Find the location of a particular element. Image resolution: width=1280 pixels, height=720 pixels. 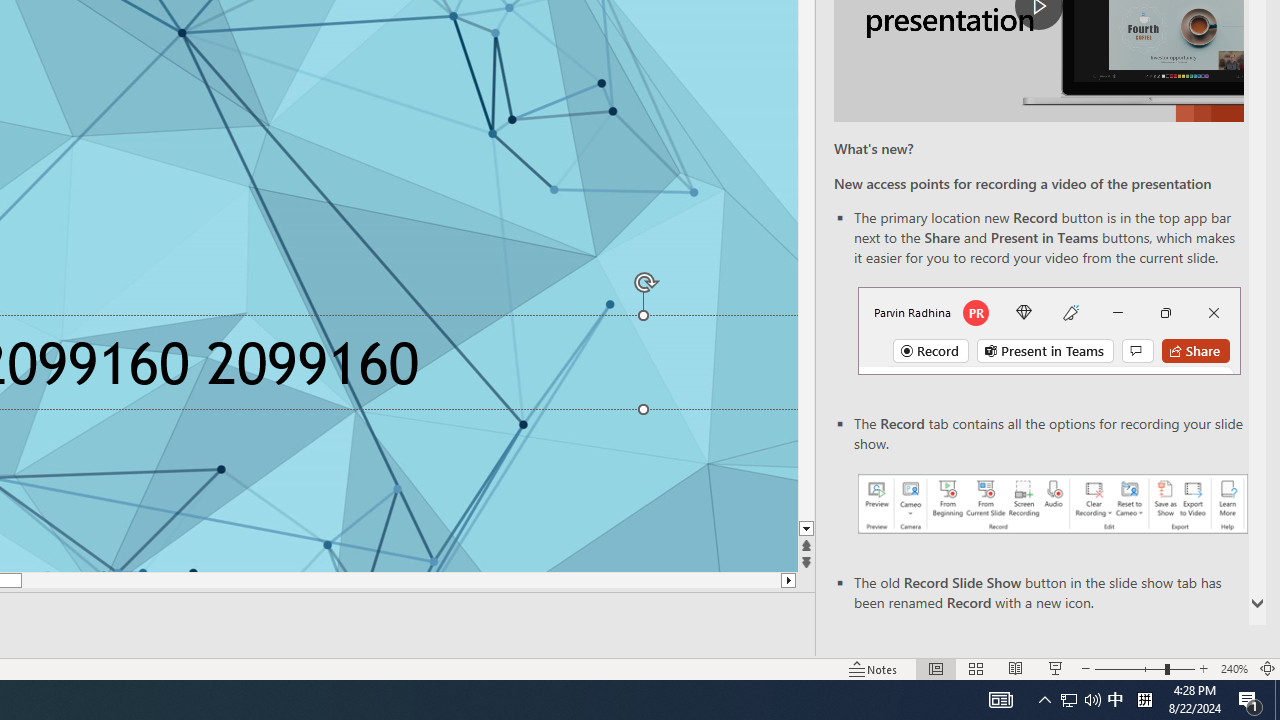

'Zoom to Fit ' is located at coordinates (1266, 669).